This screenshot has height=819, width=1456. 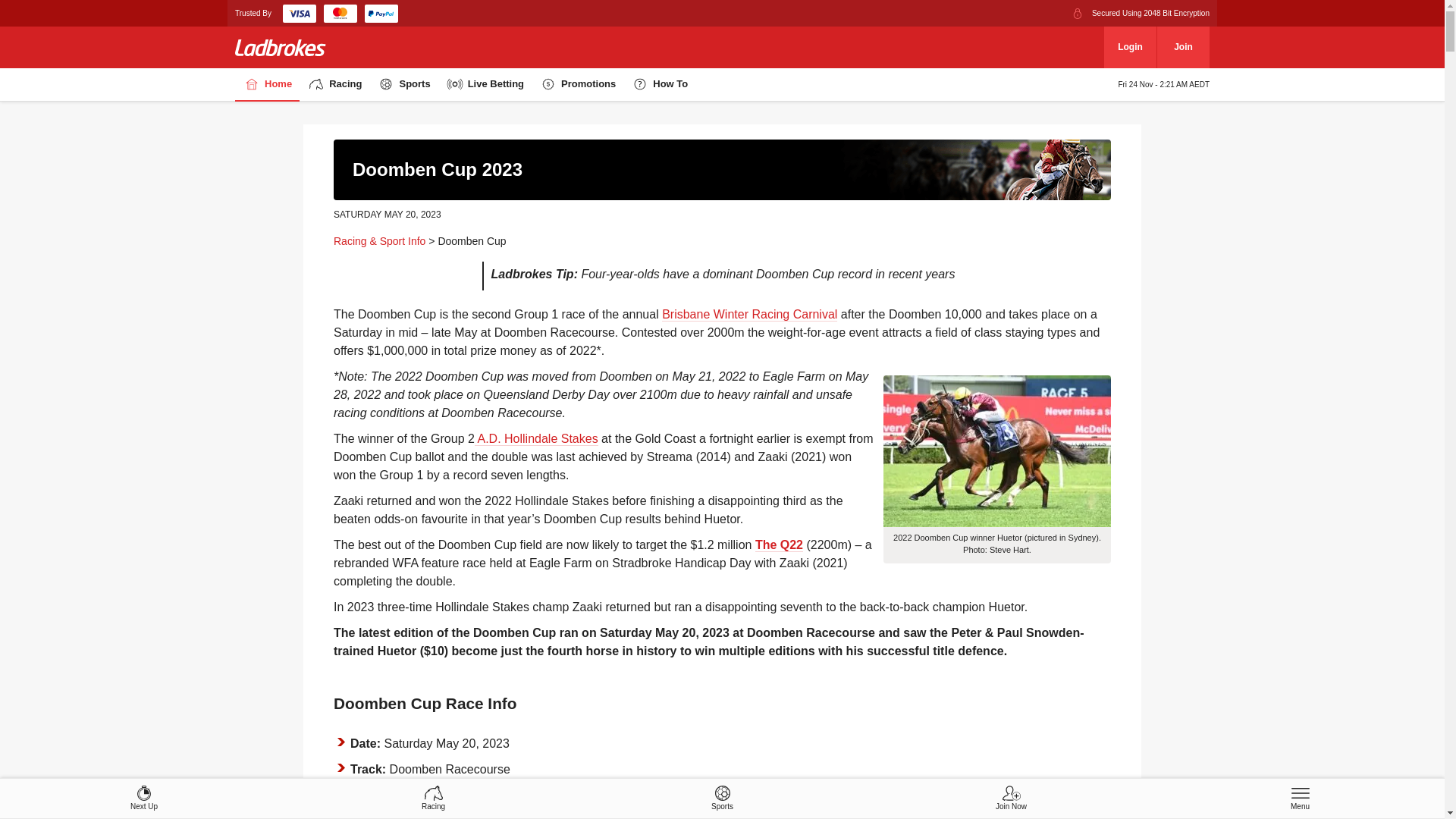 I want to click on 'Home', so click(x=234, y=84).